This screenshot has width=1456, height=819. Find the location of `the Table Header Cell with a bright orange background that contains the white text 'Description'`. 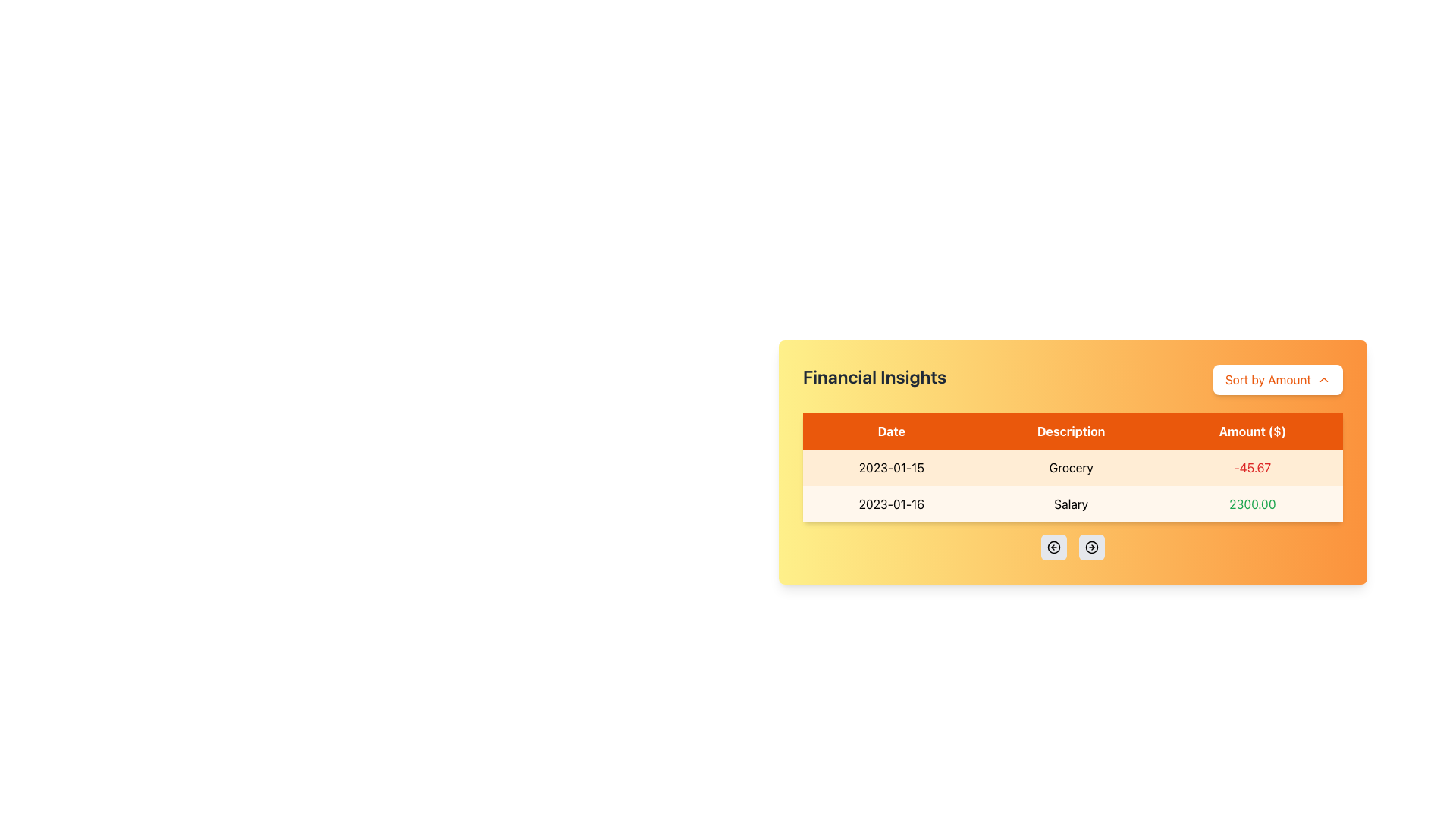

the Table Header Cell with a bright orange background that contains the white text 'Description' is located at coordinates (1070, 431).